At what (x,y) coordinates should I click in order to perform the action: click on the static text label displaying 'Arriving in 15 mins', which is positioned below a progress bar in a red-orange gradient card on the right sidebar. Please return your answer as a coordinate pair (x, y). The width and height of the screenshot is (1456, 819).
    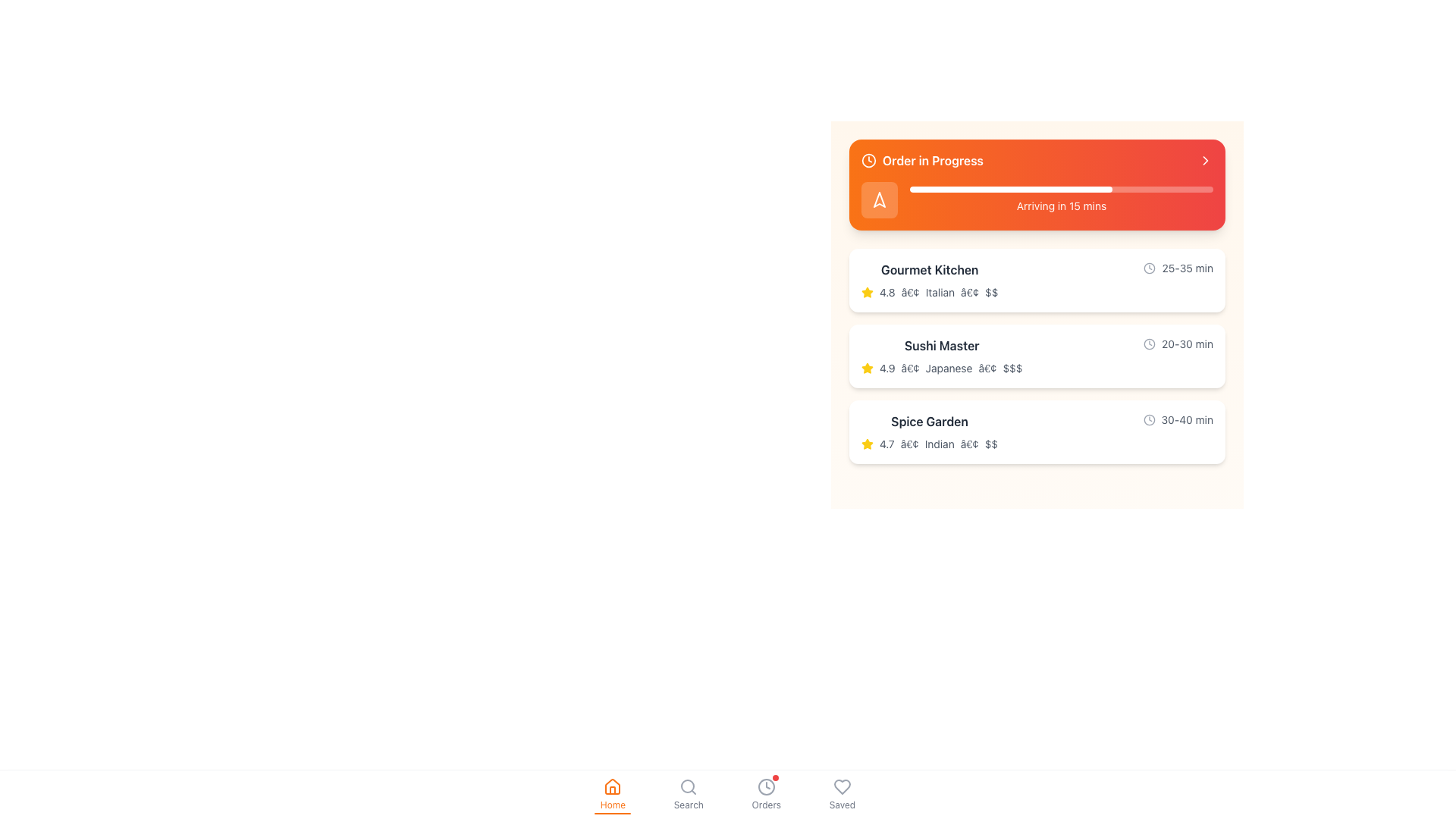
    Looking at the image, I should click on (1061, 206).